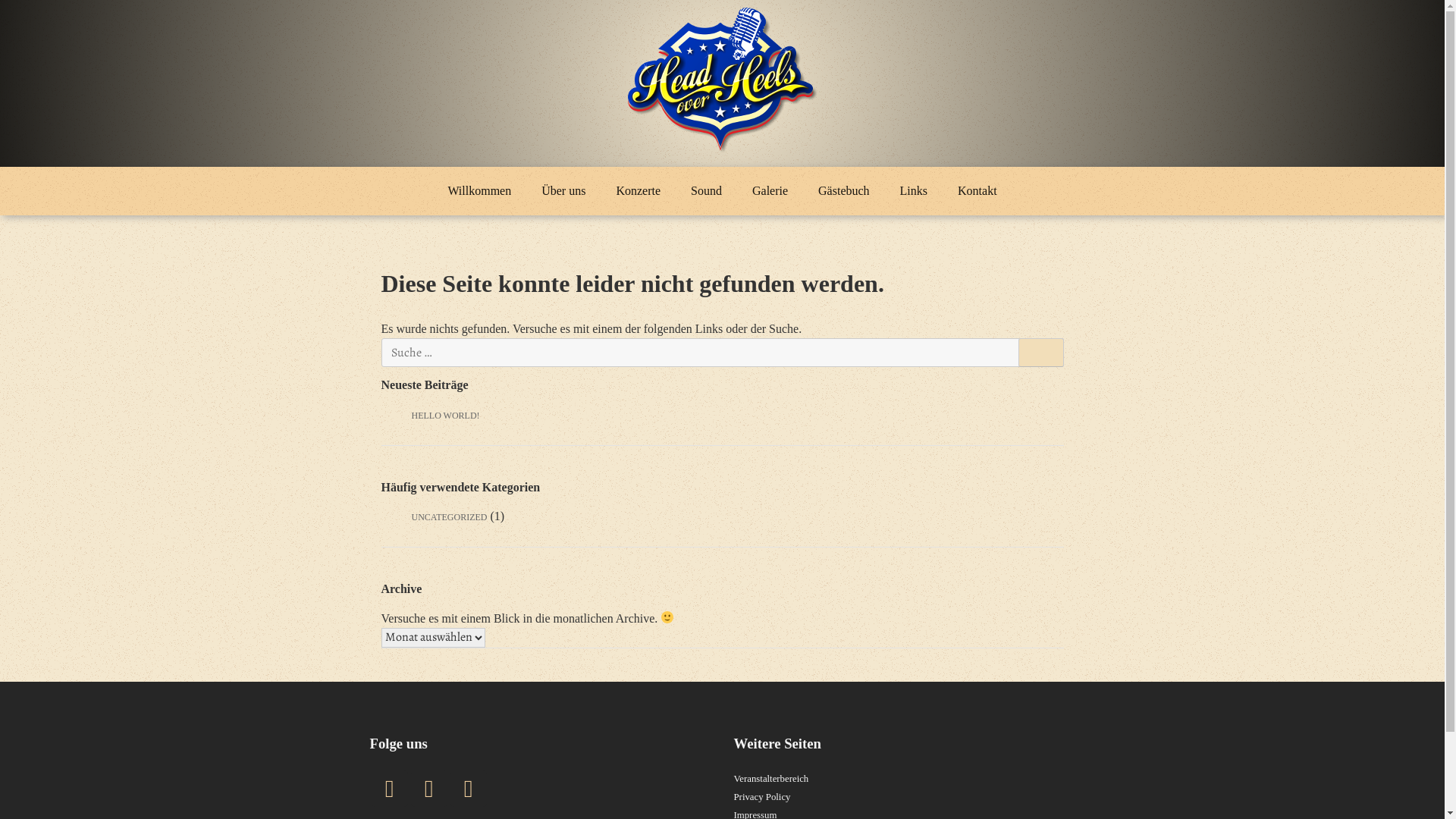 Image resolution: width=1456 pixels, height=819 pixels. I want to click on 'HELLO WORLD!', so click(444, 415).